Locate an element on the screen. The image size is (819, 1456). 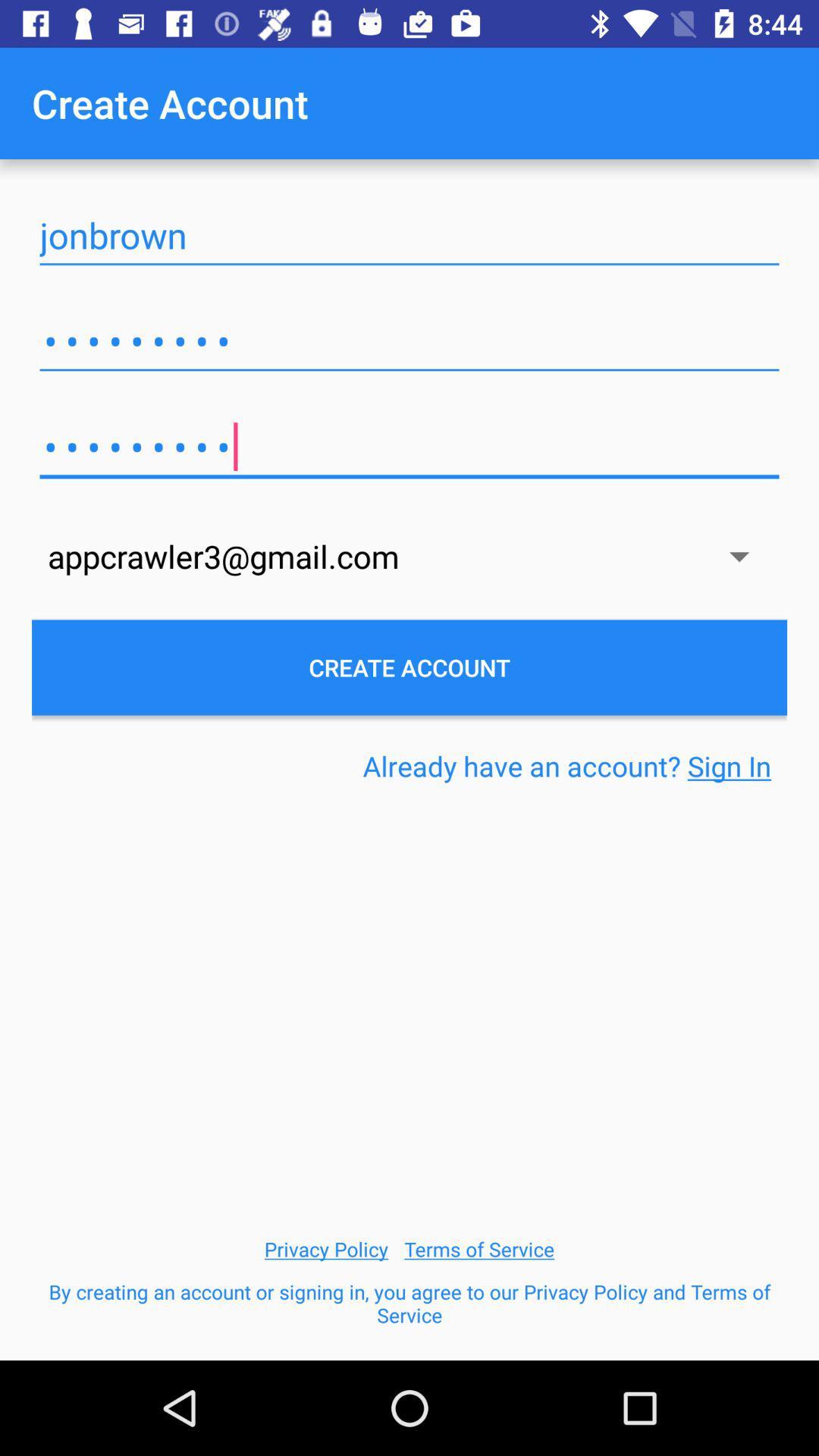
jonbrown icon is located at coordinates (409, 235).